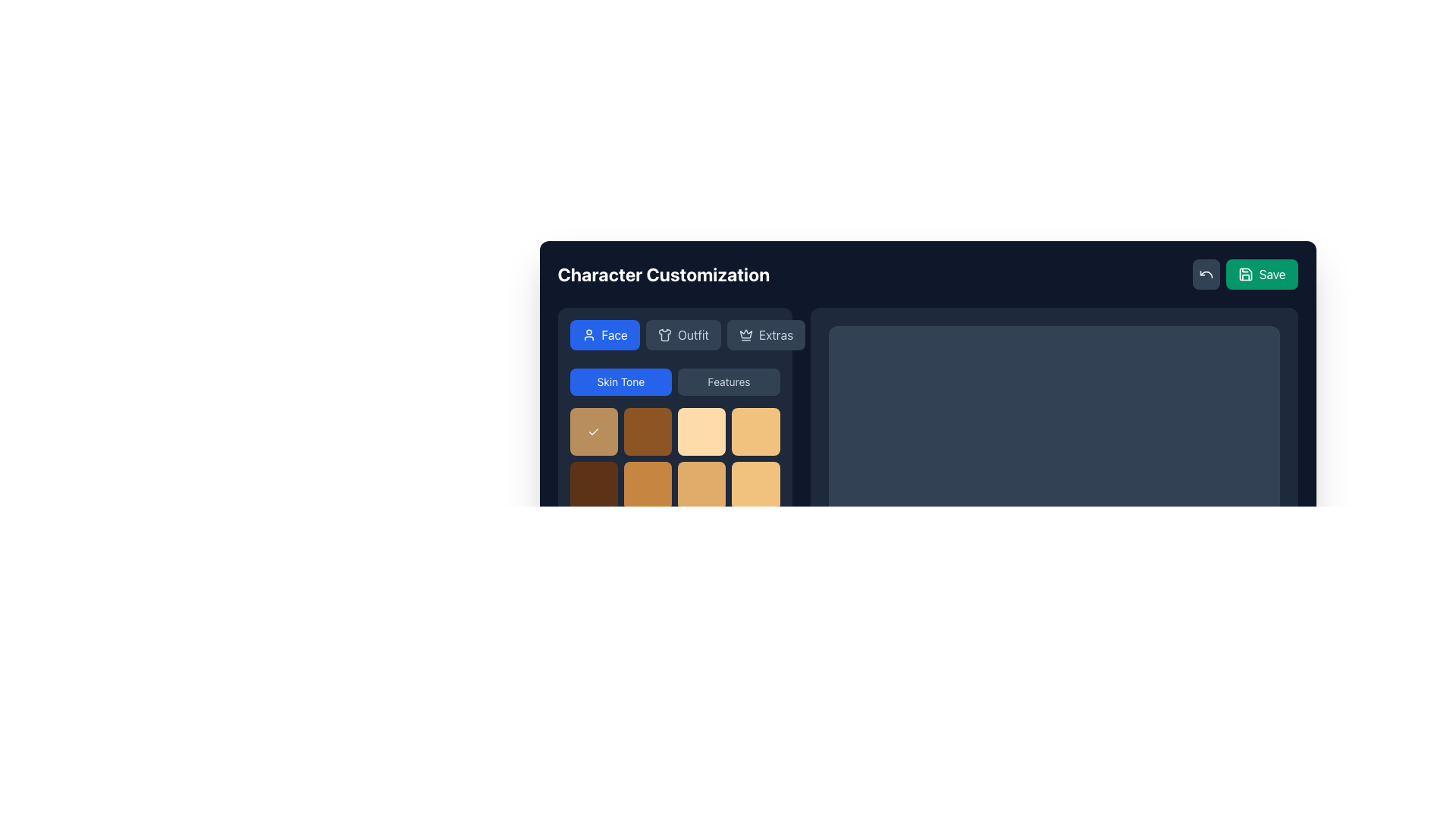 This screenshot has width=1456, height=819. Describe the element at coordinates (729, 381) in the screenshot. I see `the 'Features' button, which is a rectangular button with light gray text on a dark slate gray background, located to the right of the 'Skin Tone' button under the 'Character Customization' heading` at that location.